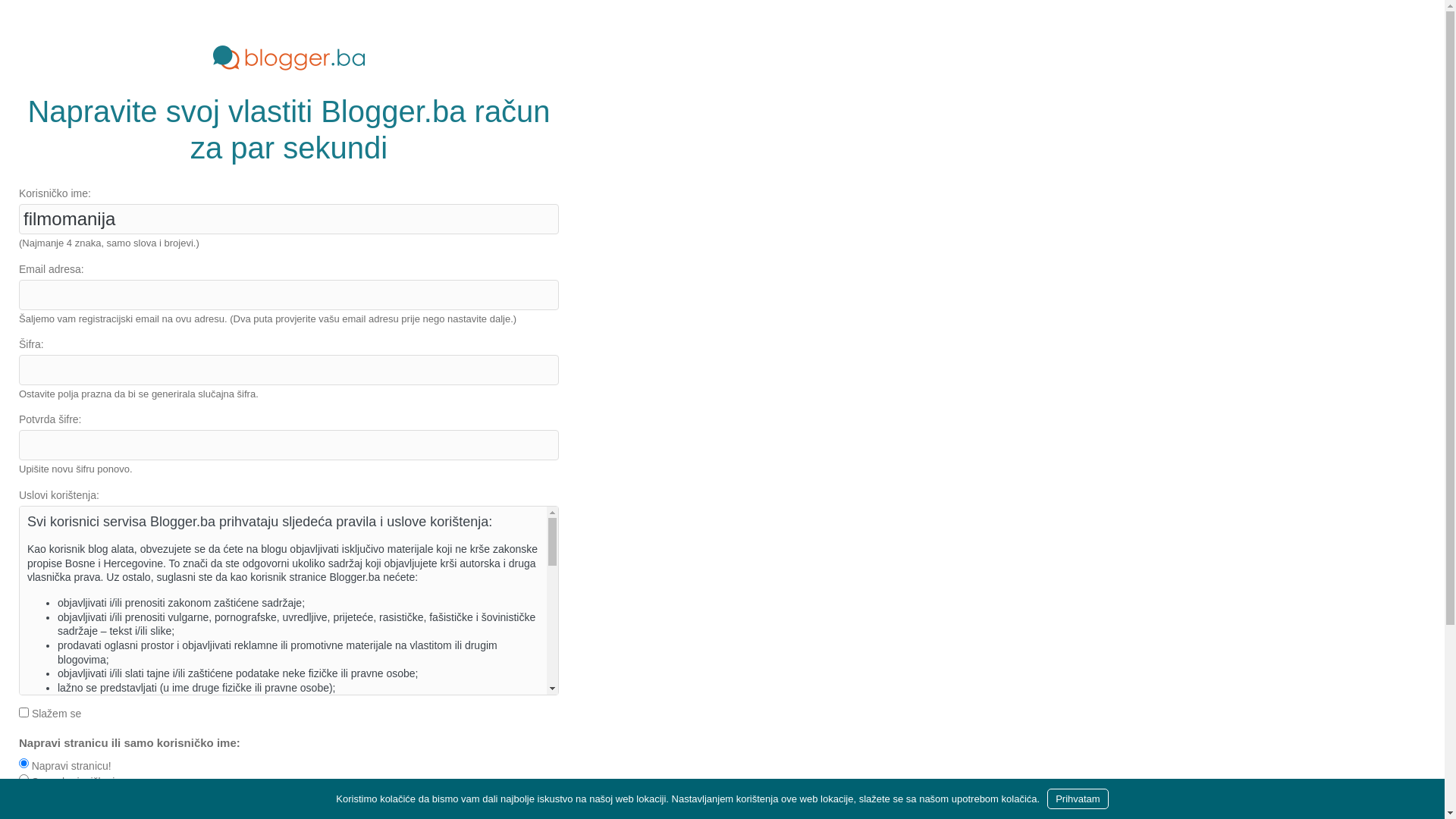  Describe the element at coordinates (1077, 798) in the screenshot. I see `'Prihvatam'` at that location.